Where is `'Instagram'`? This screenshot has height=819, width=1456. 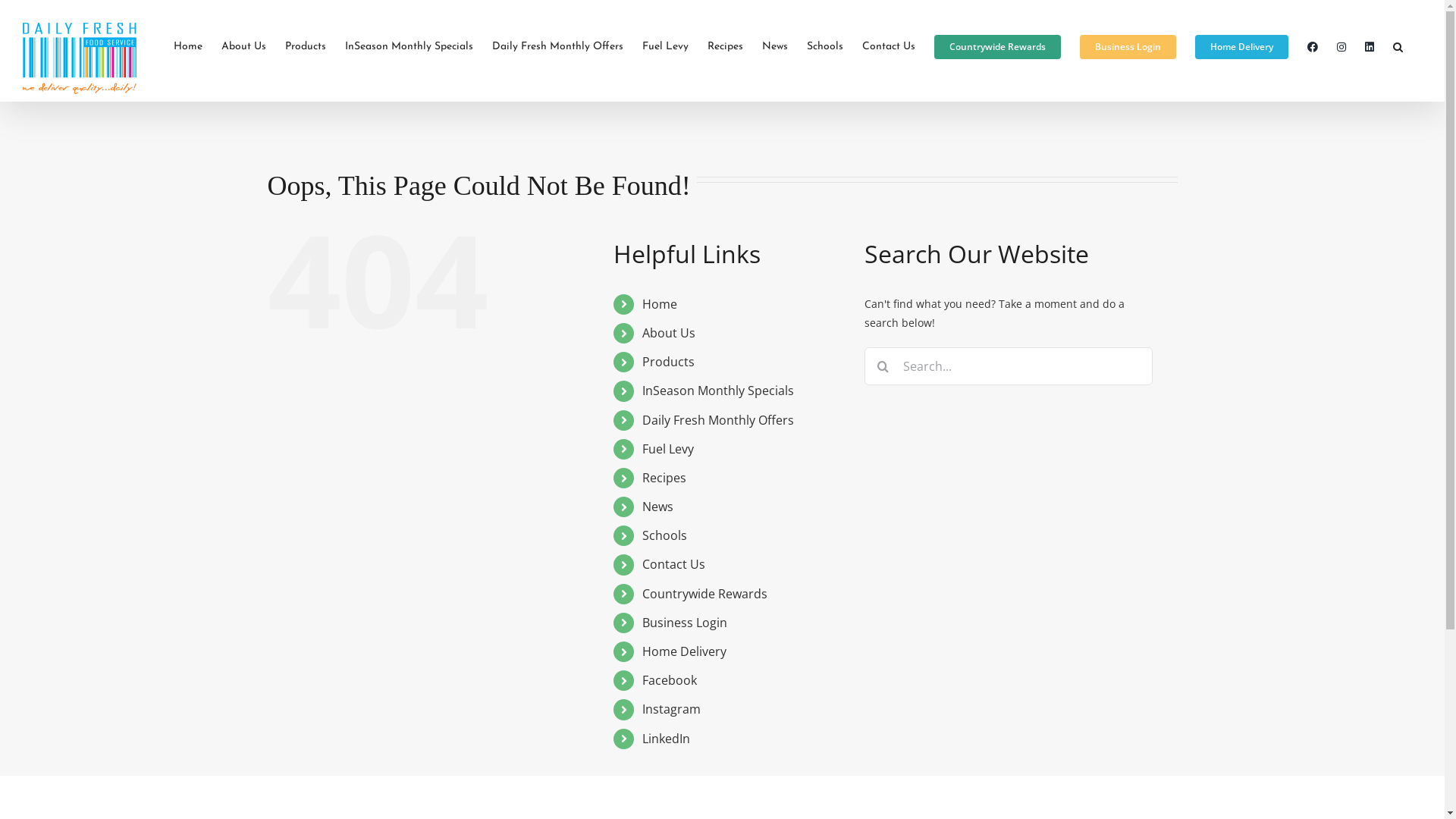 'Instagram' is located at coordinates (670, 708).